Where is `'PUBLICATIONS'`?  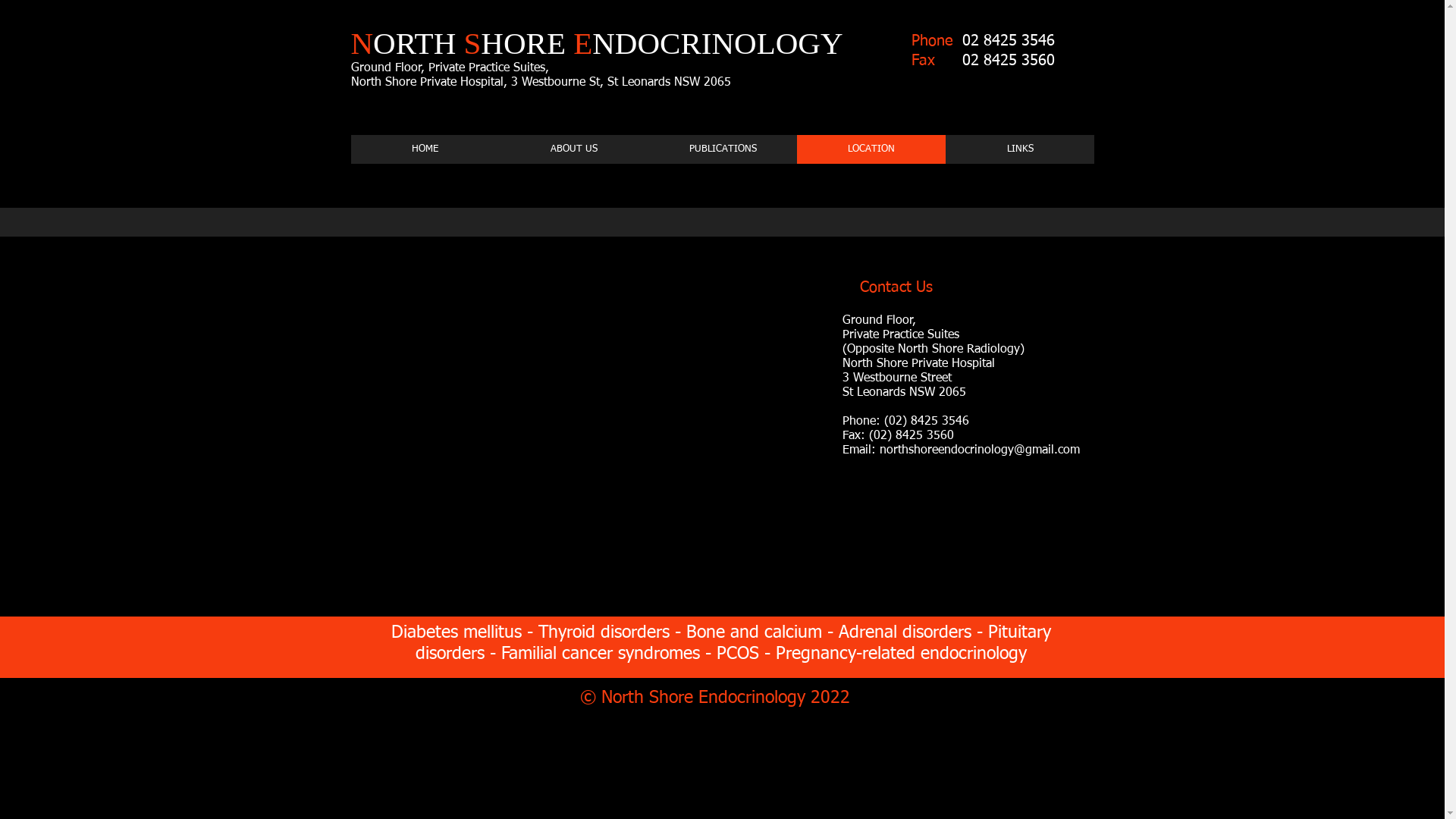
'PUBLICATIONS' is located at coordinates (720, 149).